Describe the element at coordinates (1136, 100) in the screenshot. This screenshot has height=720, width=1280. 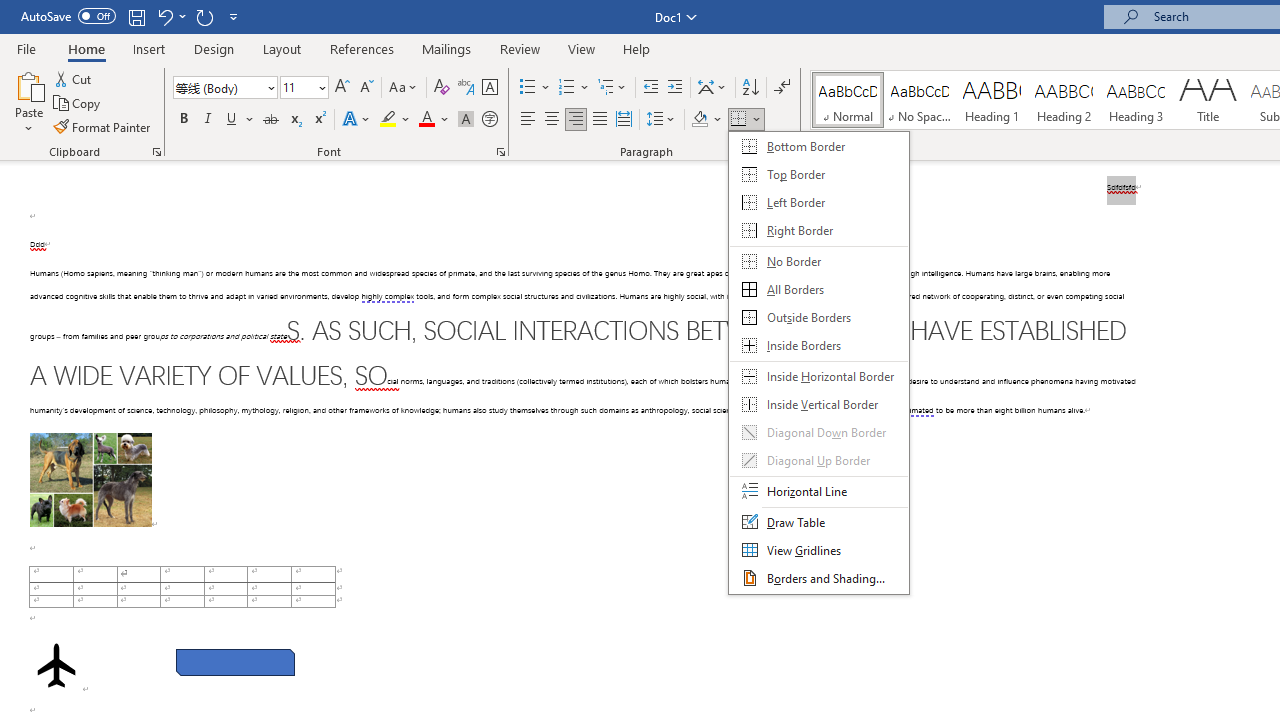
I see `'Heading 3'` at that location.